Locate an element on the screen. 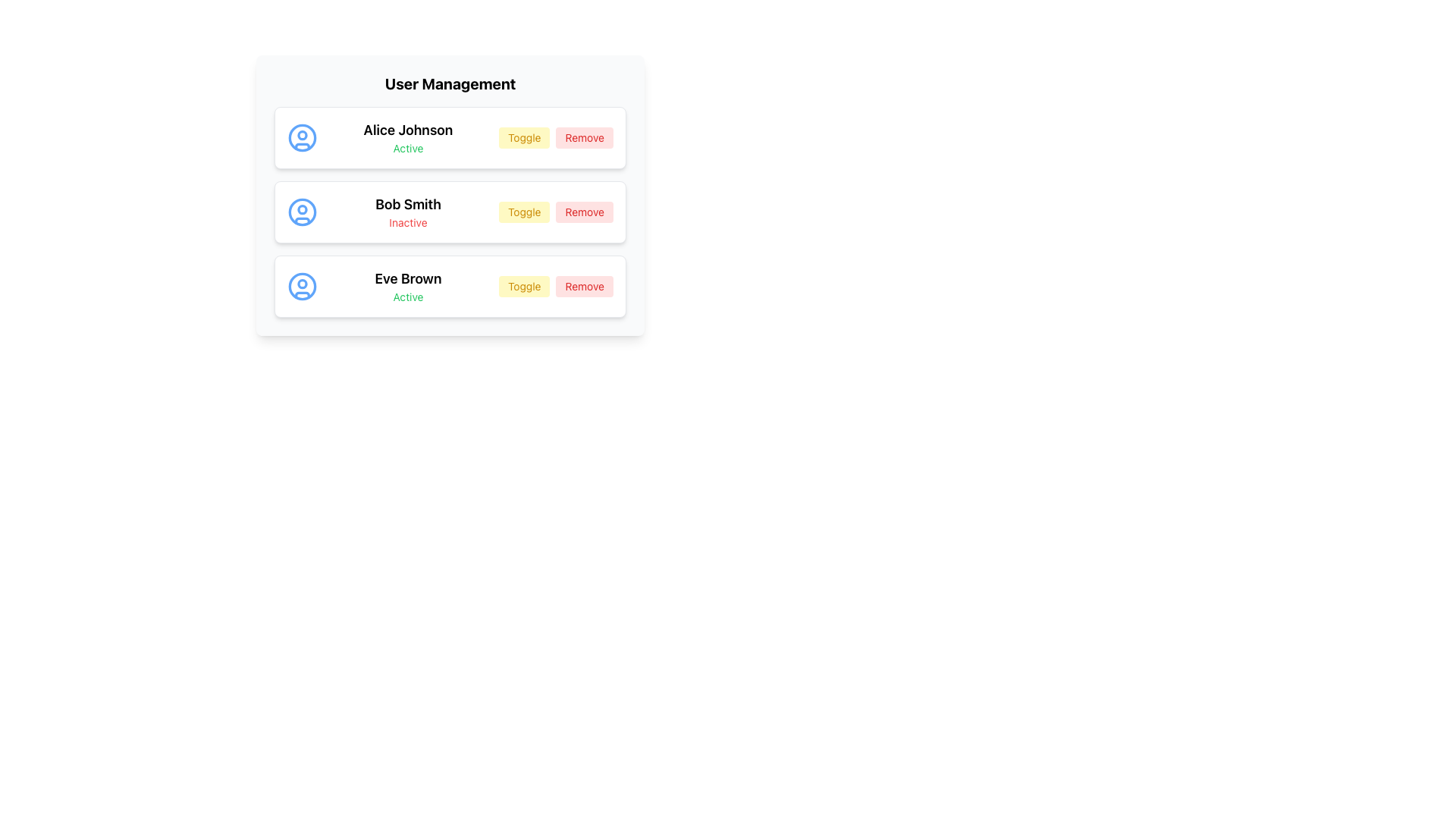 The image size is (1456, 819). the text label indicating the status of 'Eve Brown' which is labeled as 'Active', located beneath her name in the User Management panel is located at coordinates (408, 297).